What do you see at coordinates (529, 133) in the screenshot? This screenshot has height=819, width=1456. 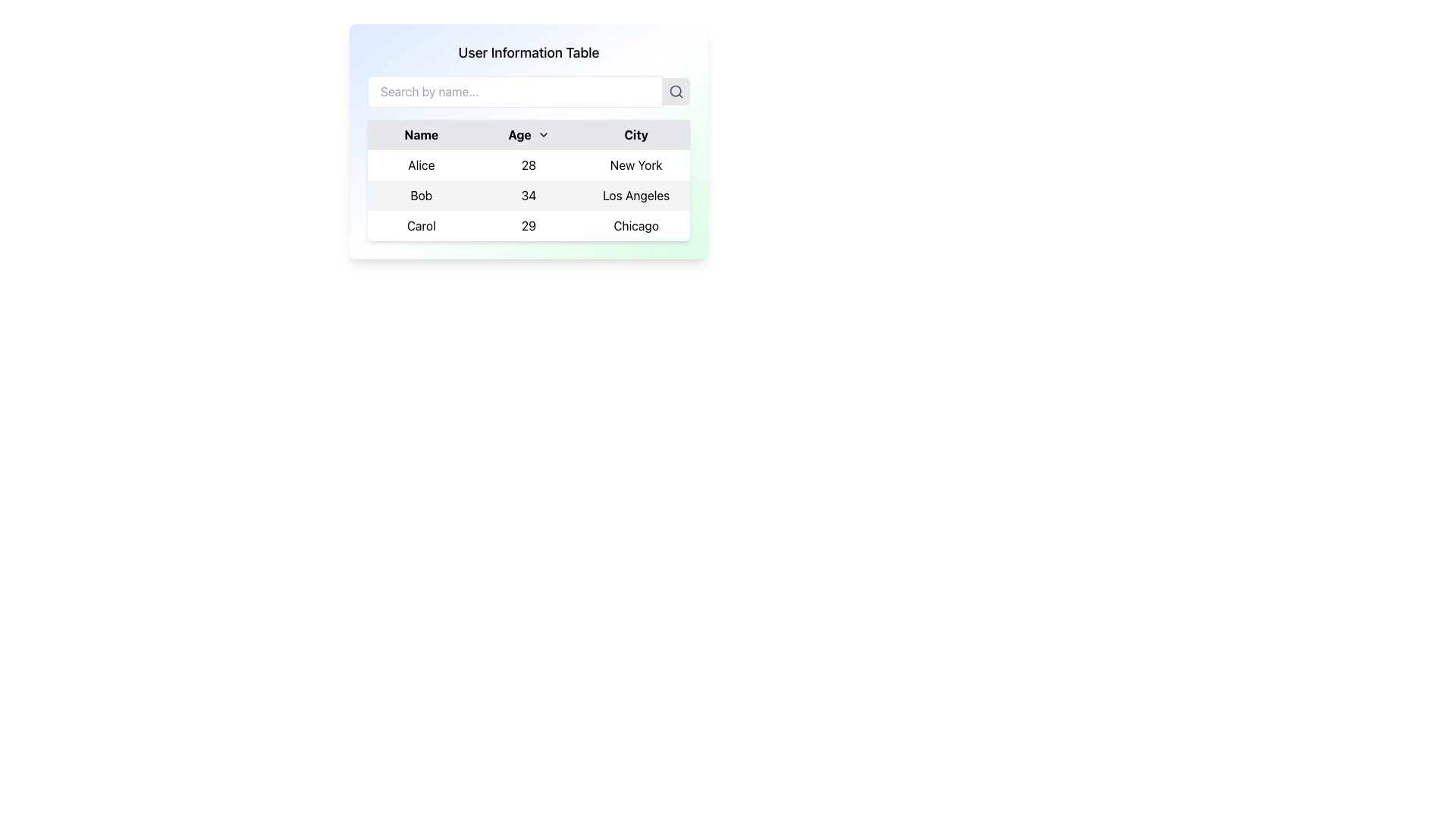 I see `the 'Age' sortable table header` at bounding box center [529, 133].